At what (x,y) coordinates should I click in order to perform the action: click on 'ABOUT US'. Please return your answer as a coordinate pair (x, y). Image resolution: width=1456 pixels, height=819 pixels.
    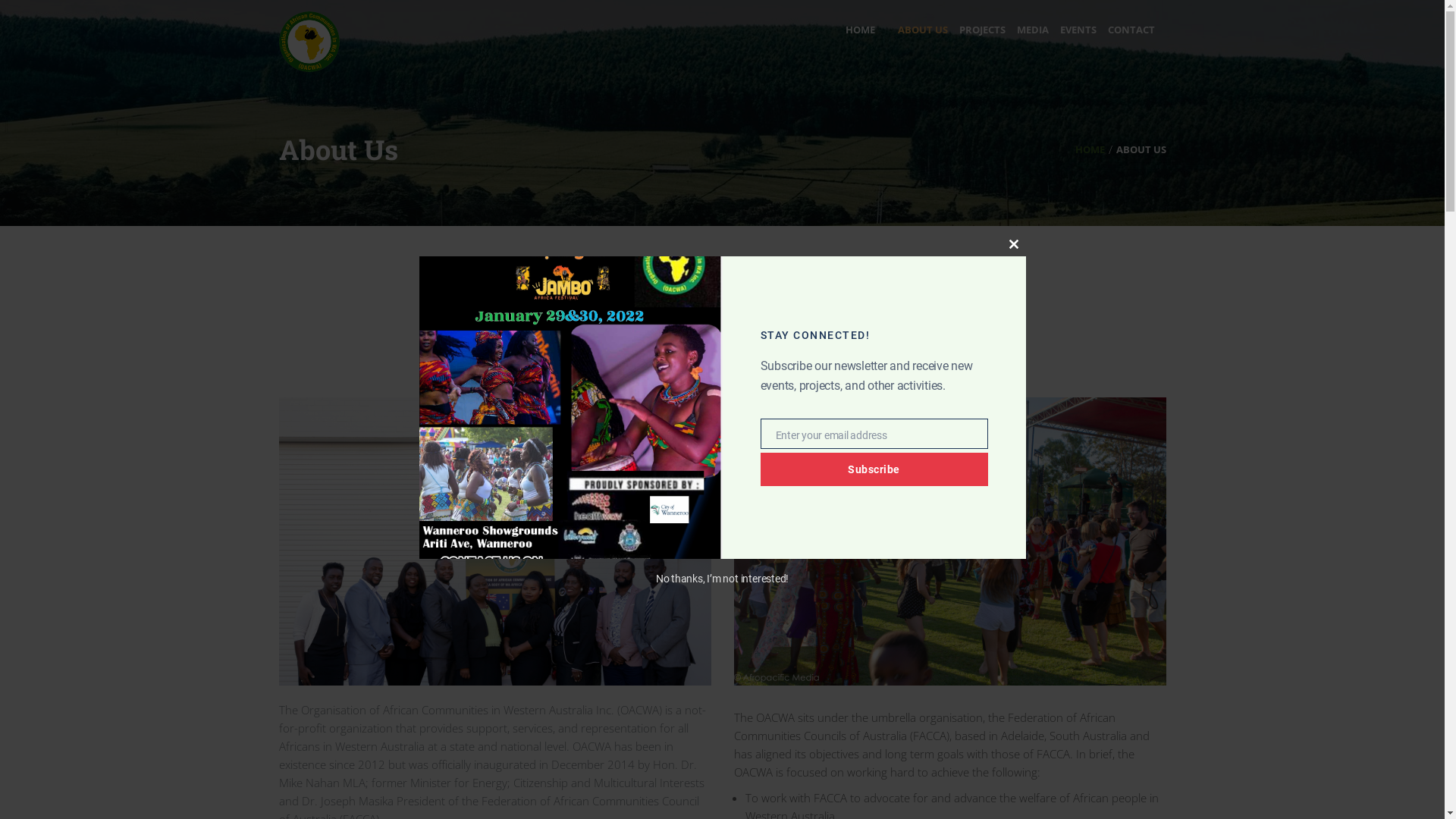
    Looking at the image, I should click on (885, 30).